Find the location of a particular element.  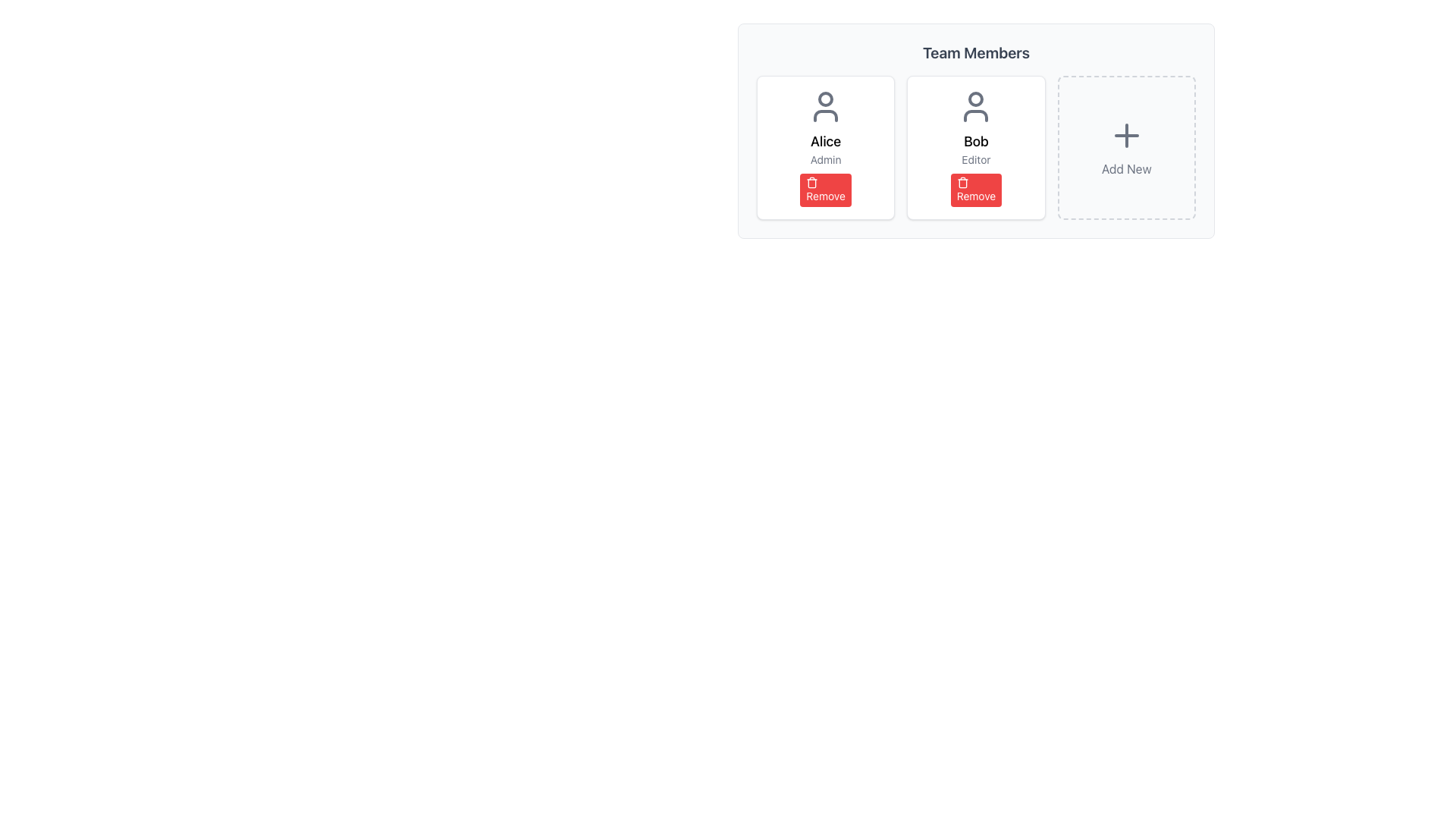

the graphical icon representing the user profile of 'Alice' in the first card of the 'Team Members' section is located at coordinates (825, 106).